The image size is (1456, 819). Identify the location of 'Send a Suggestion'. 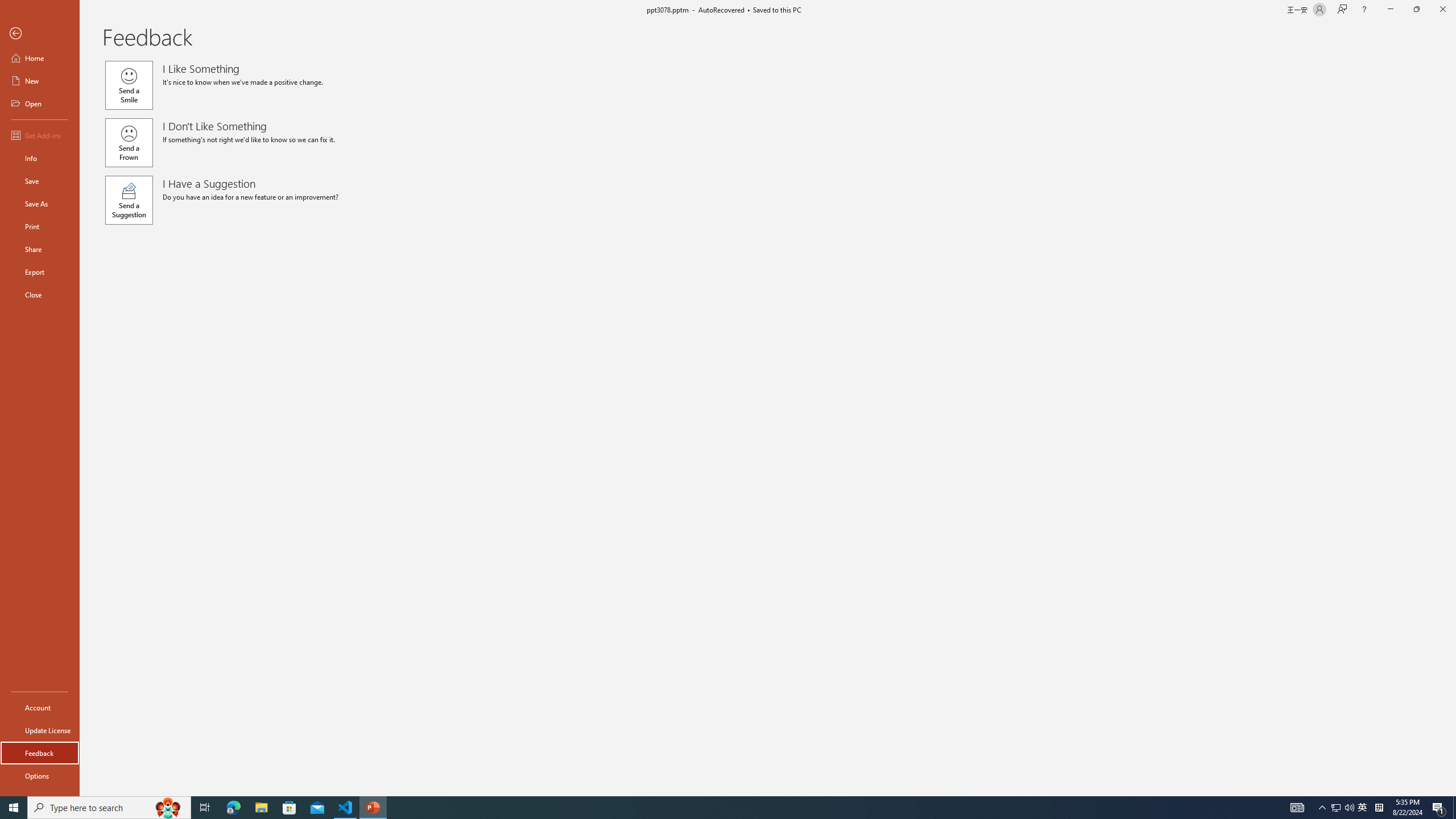
(128, 200).